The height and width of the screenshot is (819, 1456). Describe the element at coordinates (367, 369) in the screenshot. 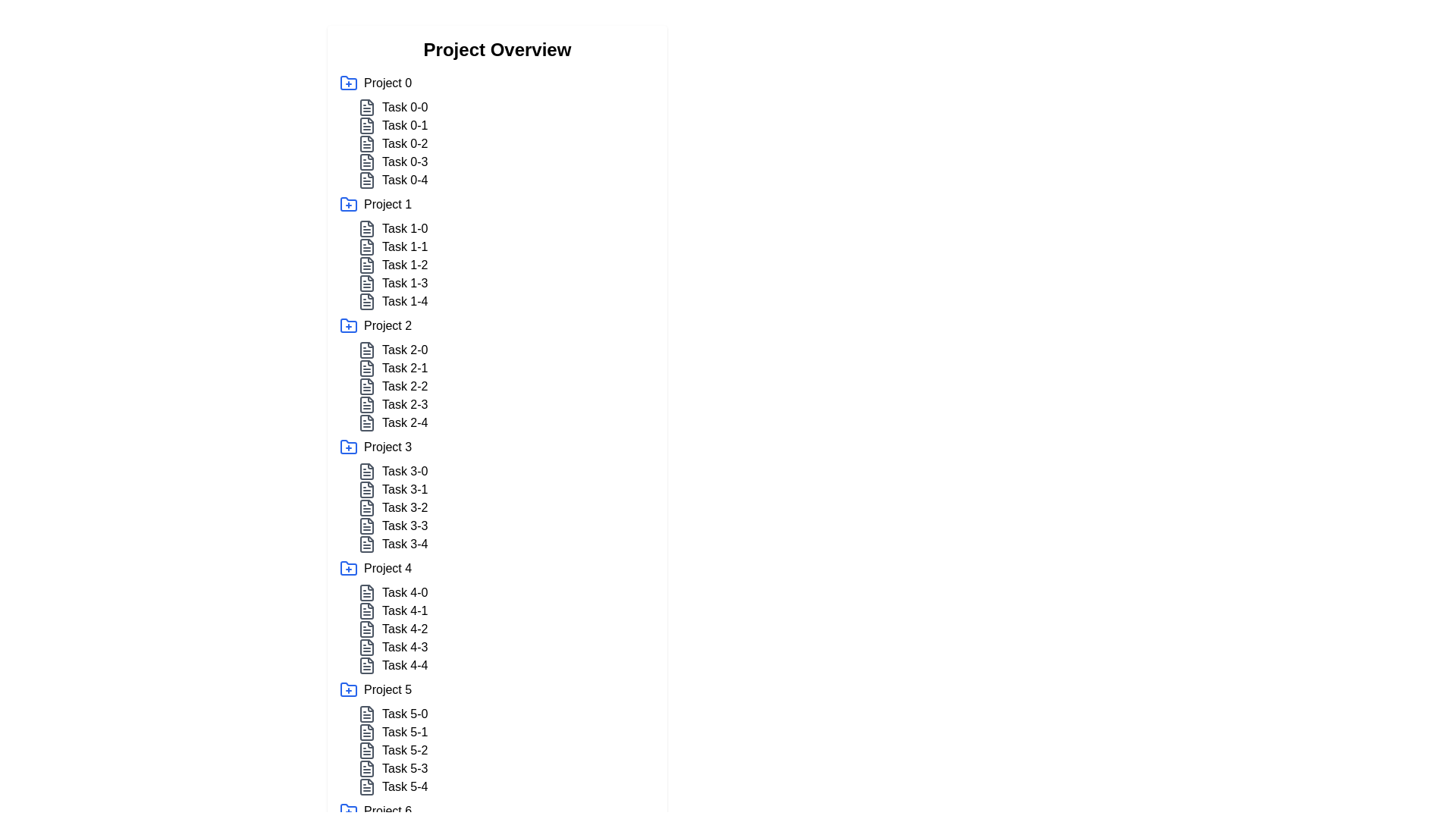

I see `the icon representing the entry labeled 'Task 2-1', which is located to the left of the text label for this task` at that location.